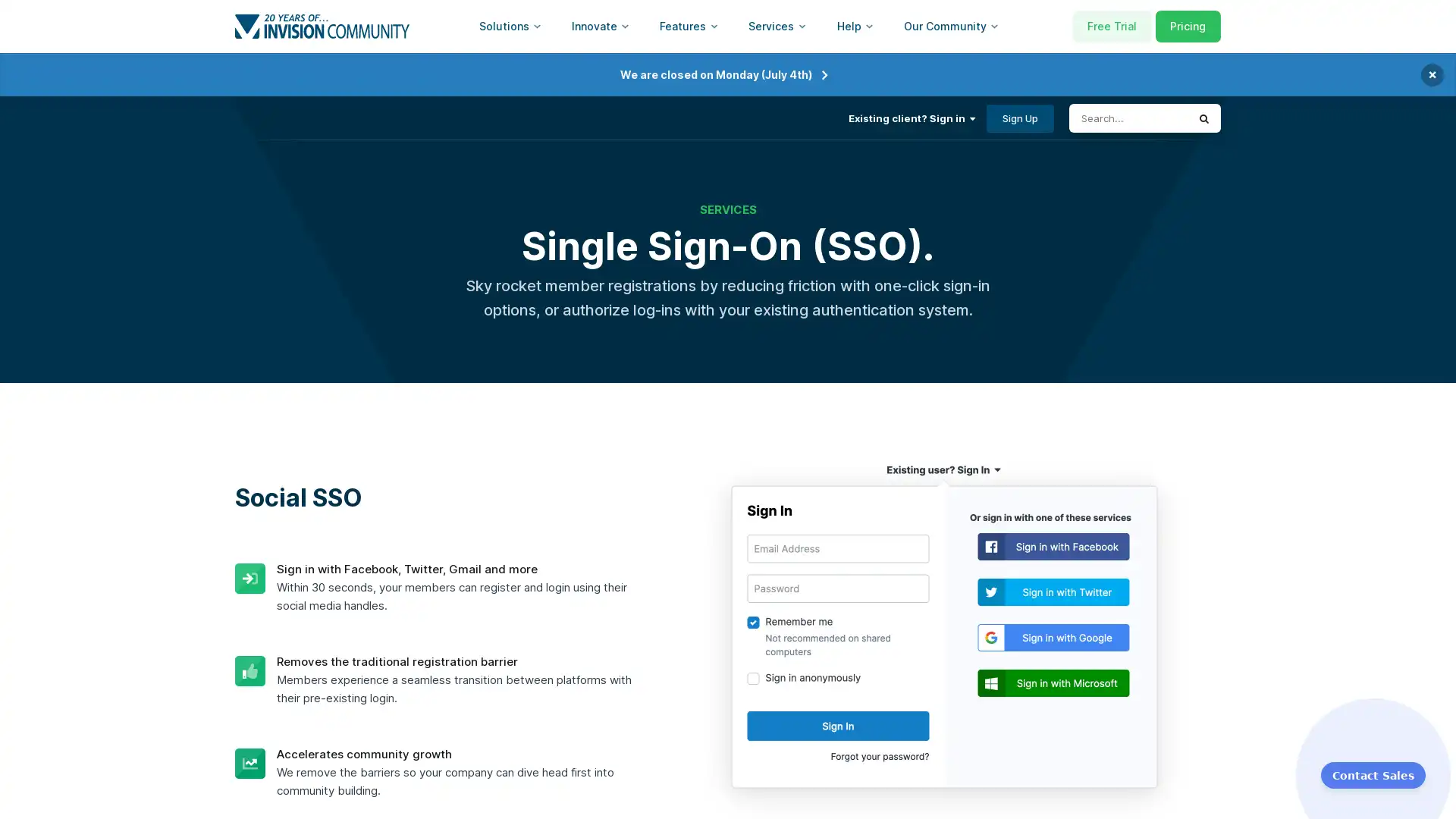  I want to click on Innovate, so click(600, 26).